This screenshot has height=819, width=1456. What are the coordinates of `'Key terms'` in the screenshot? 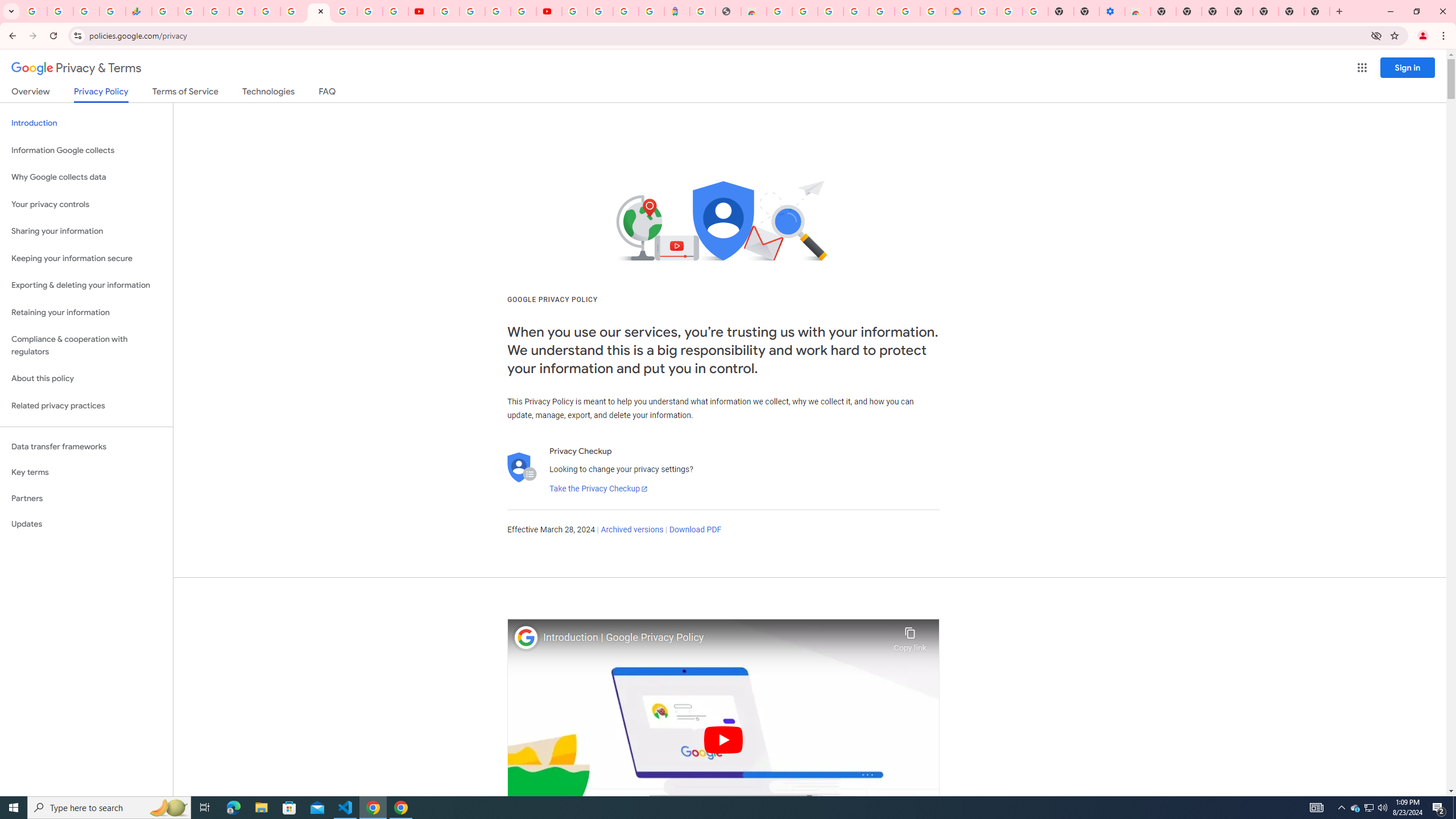 It's located at (86, 472).